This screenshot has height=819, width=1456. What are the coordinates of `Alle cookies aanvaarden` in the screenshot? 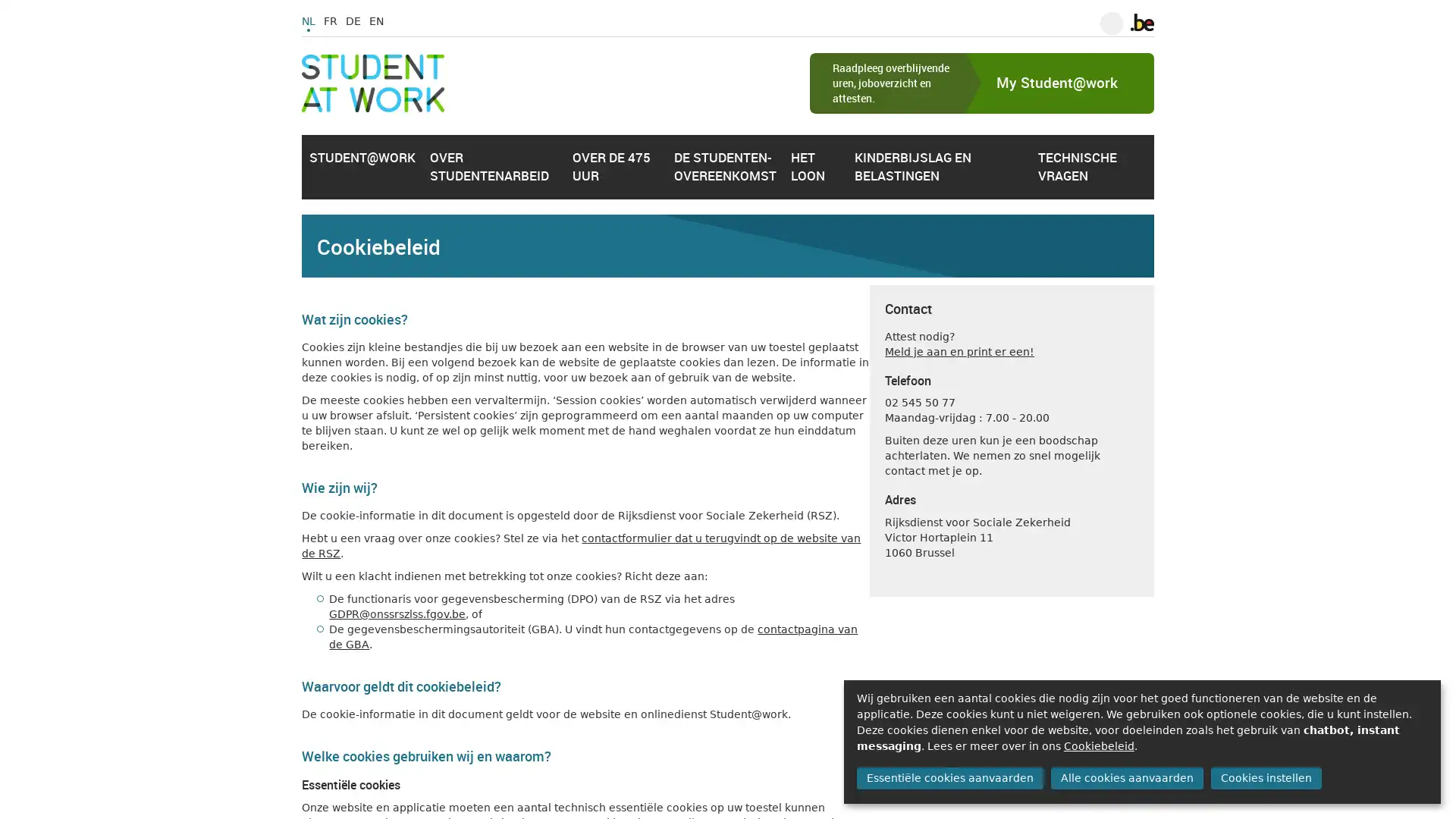 It's located at (1126, 778).